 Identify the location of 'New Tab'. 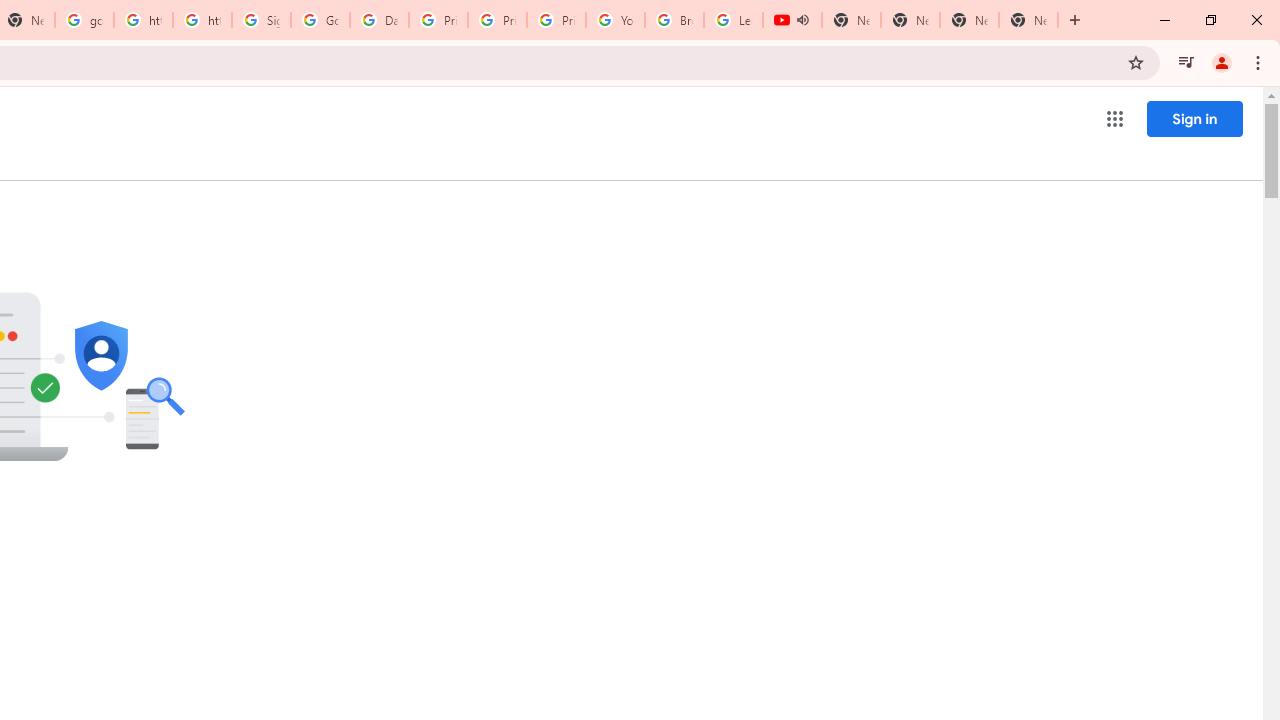
(1028, 20).